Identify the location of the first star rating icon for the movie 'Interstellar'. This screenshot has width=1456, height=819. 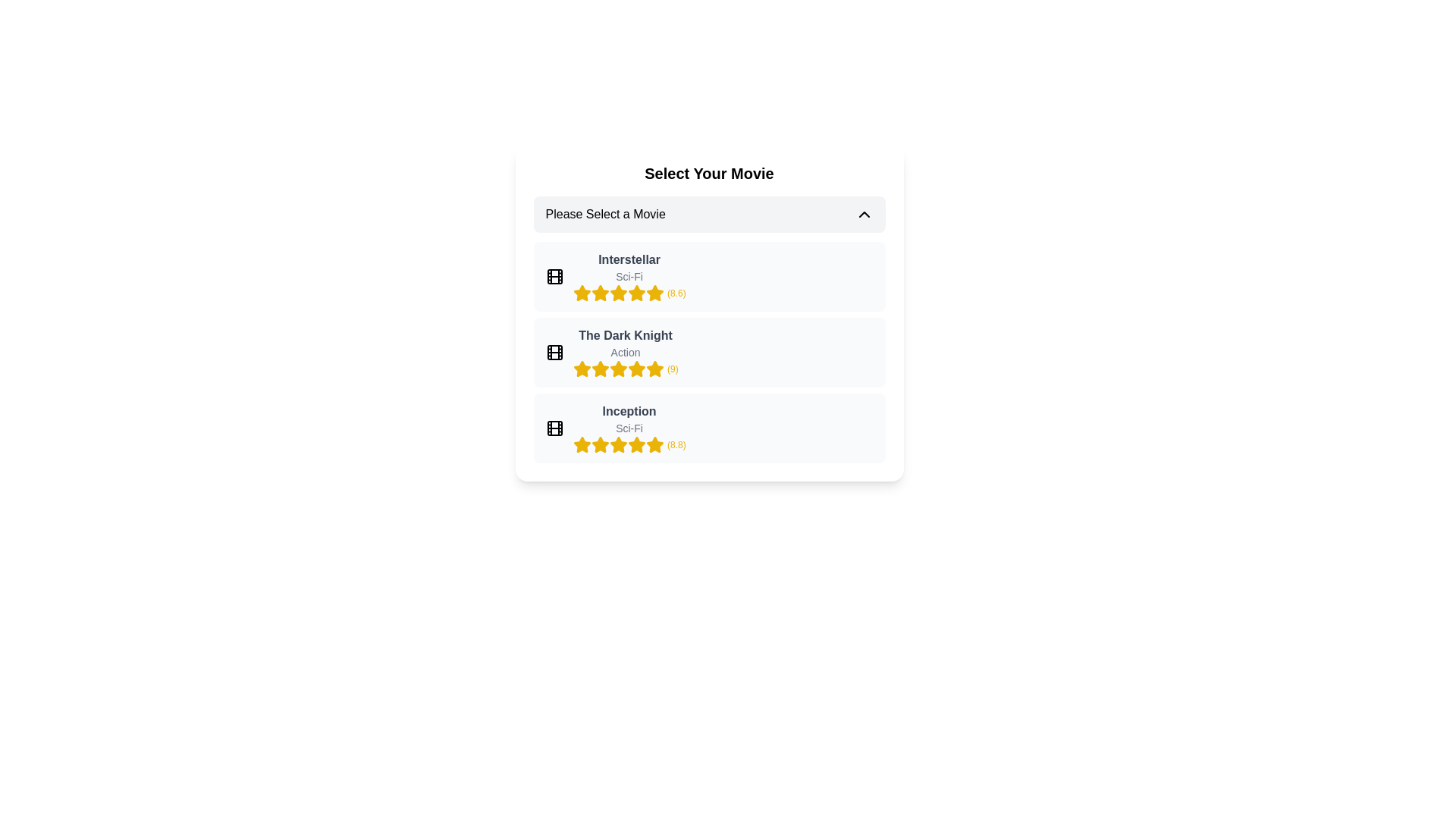
(581, 293).